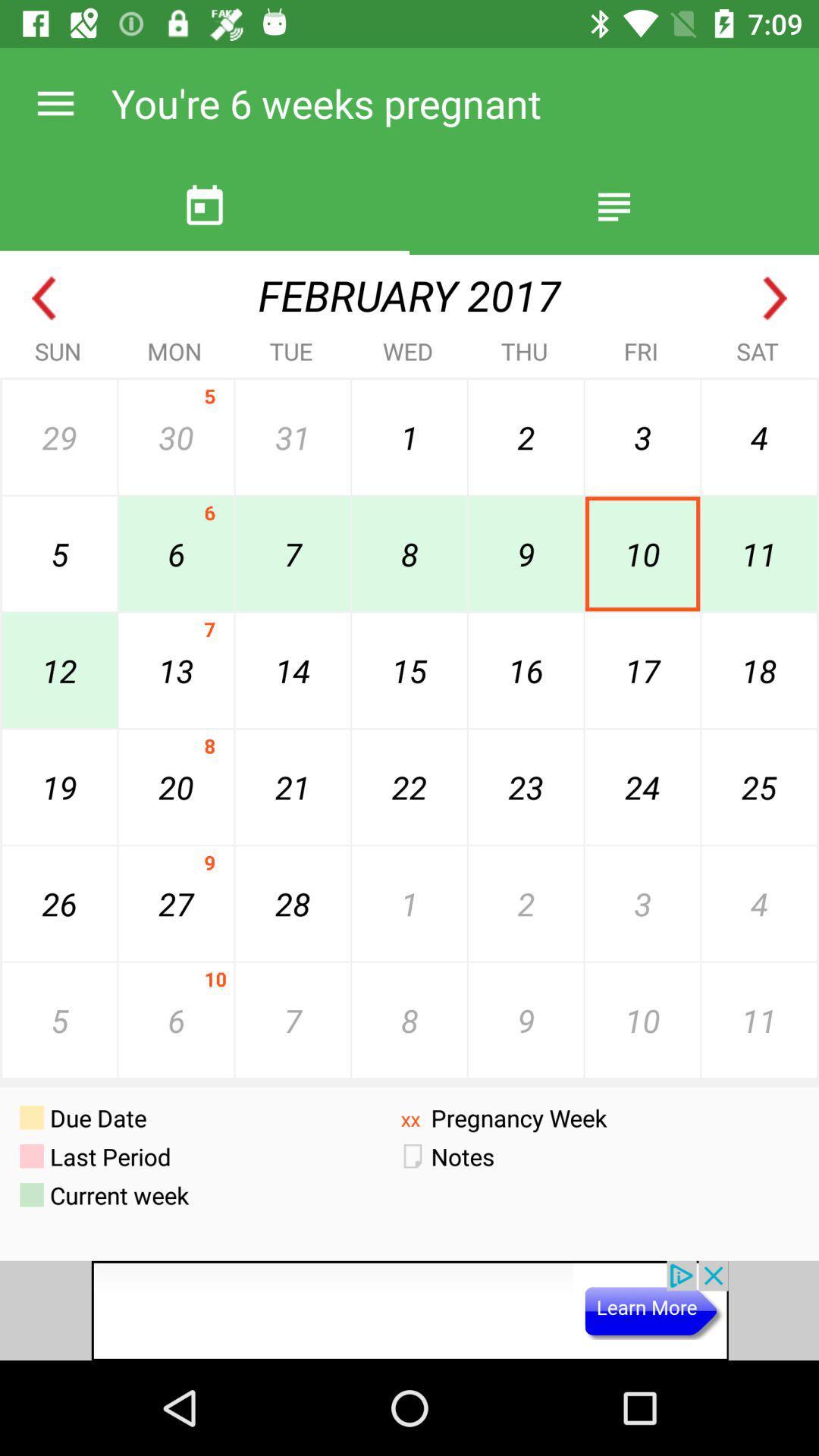  Describe the element at coordinates (42, 298) in the screenshot. I see `previous month` at that location.